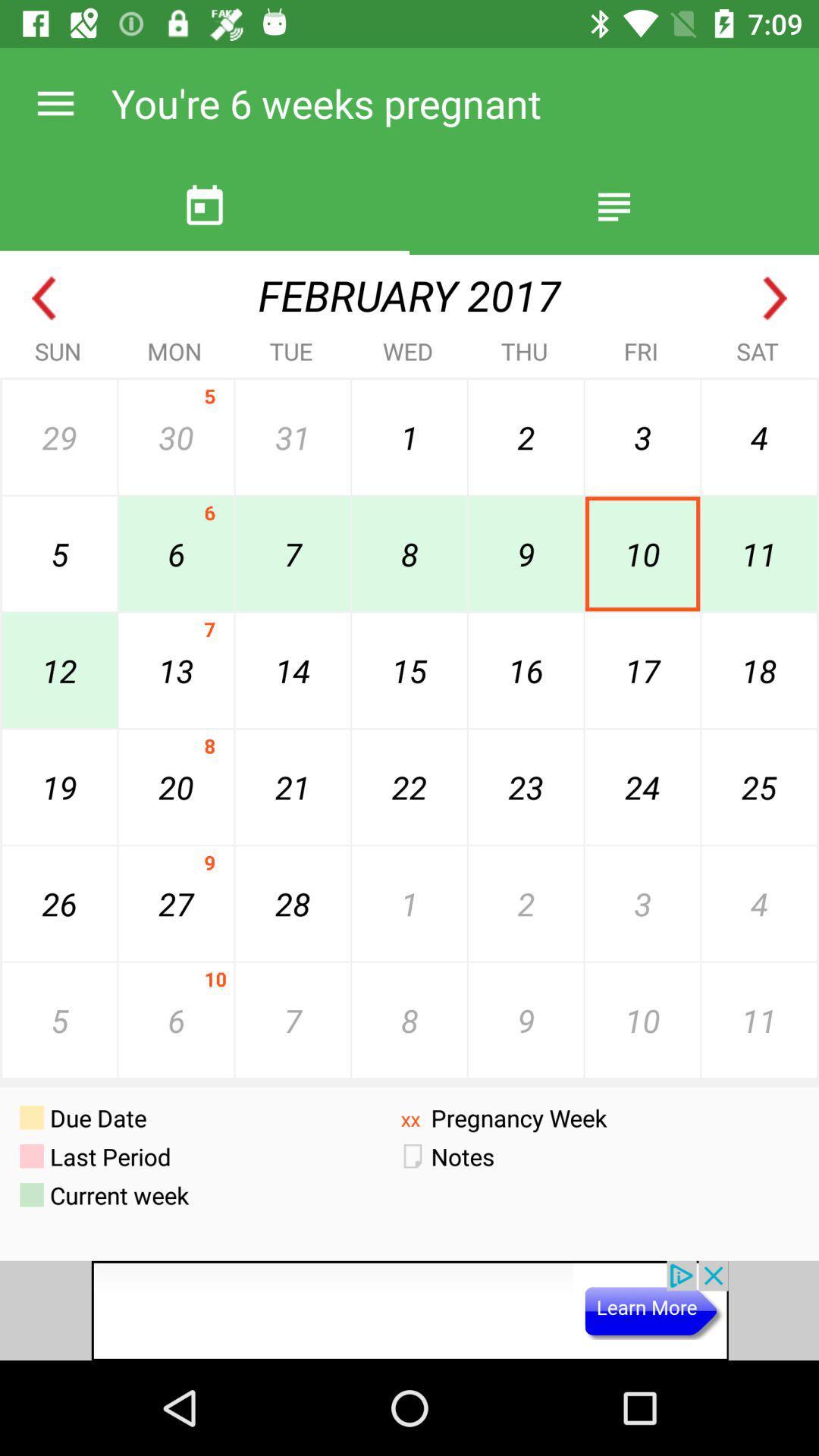  Describe the element at coordinates (42, 298) in the screenshot. I see `previous month` at that location.